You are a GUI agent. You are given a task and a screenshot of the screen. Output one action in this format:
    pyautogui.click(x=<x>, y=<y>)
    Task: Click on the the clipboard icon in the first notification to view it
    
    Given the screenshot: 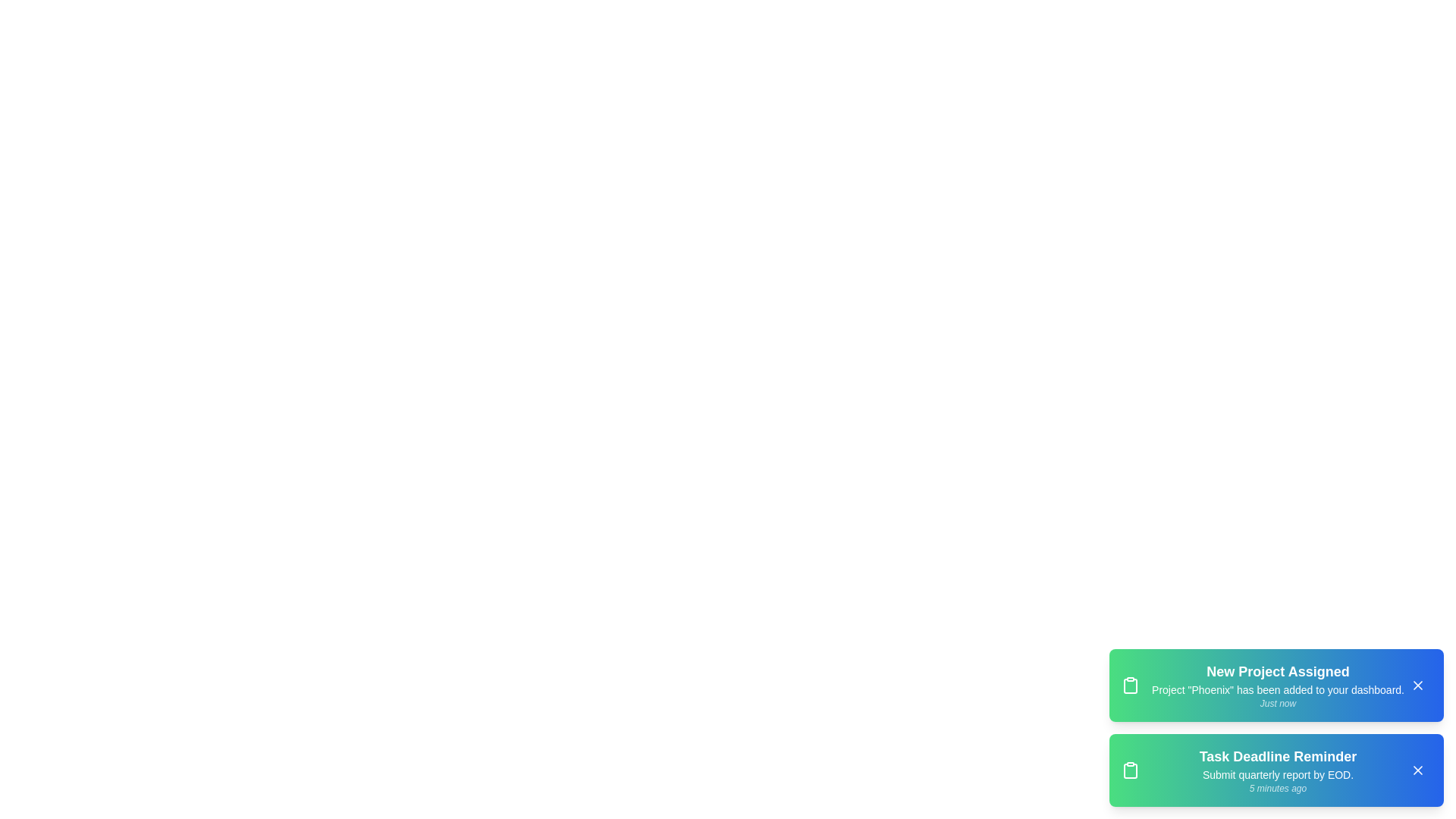 What is the action you would take?
    pyautogui.click(x=1131, y=685)
    